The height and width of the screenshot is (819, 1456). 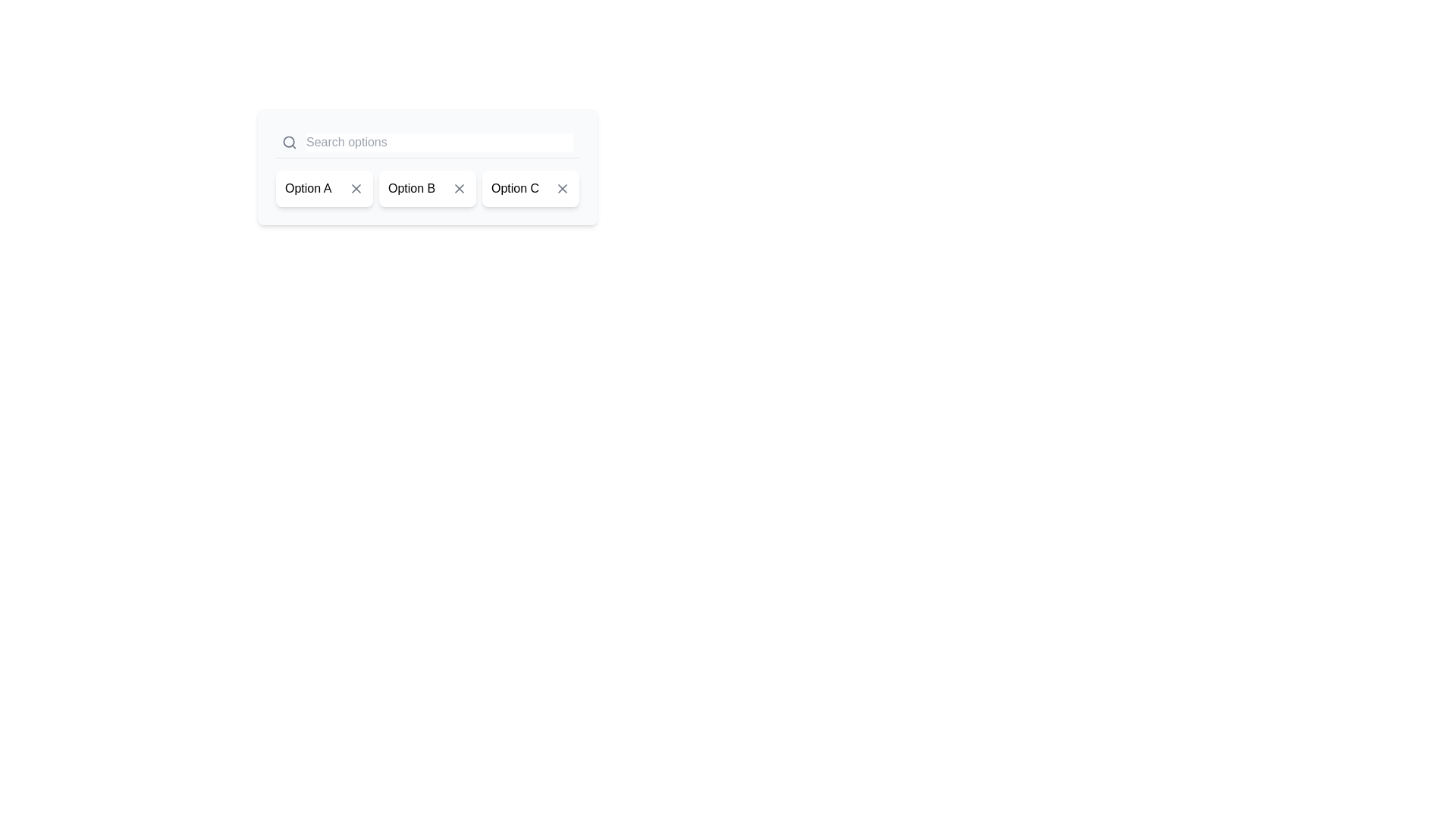 I want to click on the search input box to focus on it, so click(x=439, y=143).